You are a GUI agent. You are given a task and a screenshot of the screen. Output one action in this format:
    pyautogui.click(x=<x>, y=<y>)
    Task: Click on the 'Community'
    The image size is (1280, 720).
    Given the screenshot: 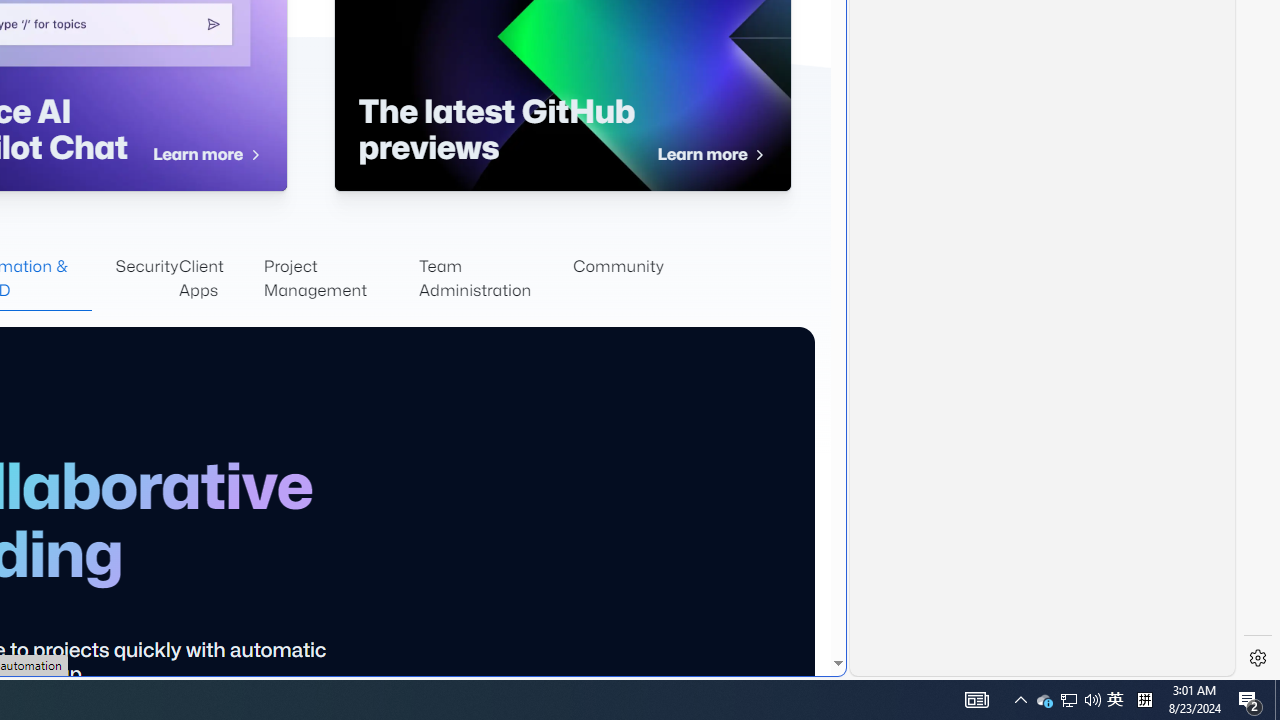 What is the action you would take?
    pyautogui.click(x=617, y=279)
    